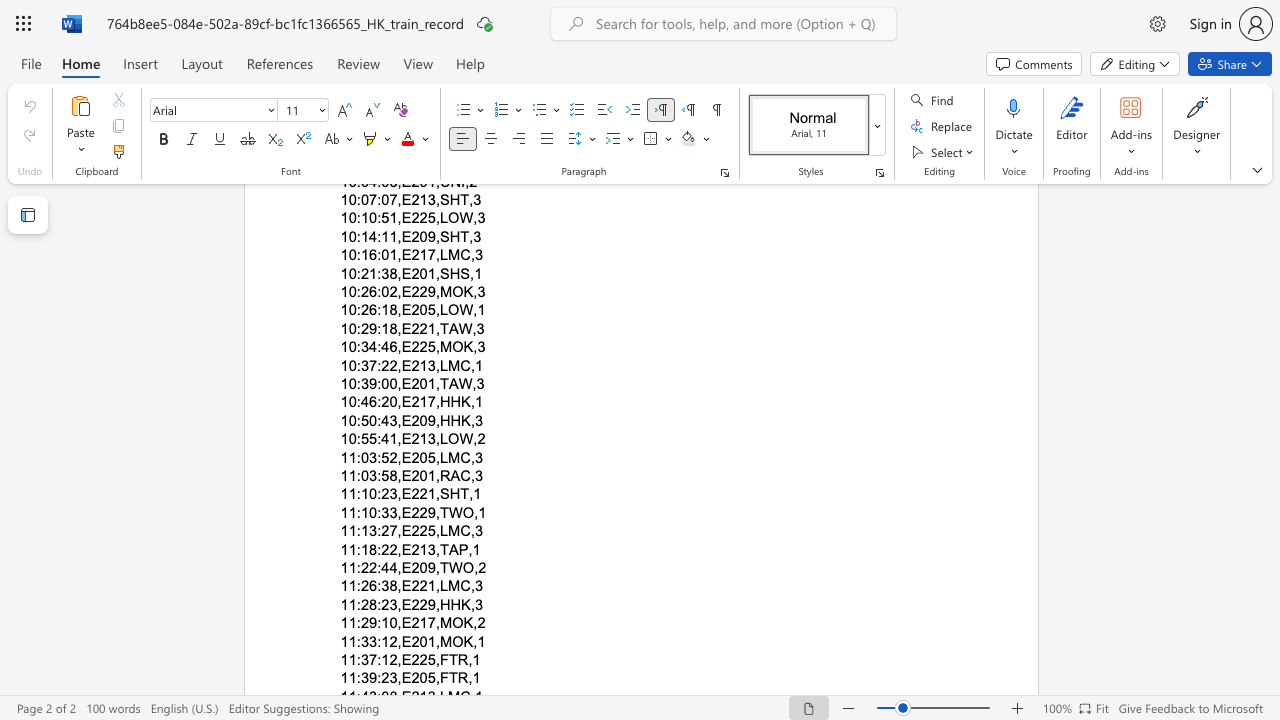  Describe the element at coordinates (426, 511) in the screenshot. I see `the subset text "9,T" within the text "11:10:33,E229,TWO,1"` at that location.